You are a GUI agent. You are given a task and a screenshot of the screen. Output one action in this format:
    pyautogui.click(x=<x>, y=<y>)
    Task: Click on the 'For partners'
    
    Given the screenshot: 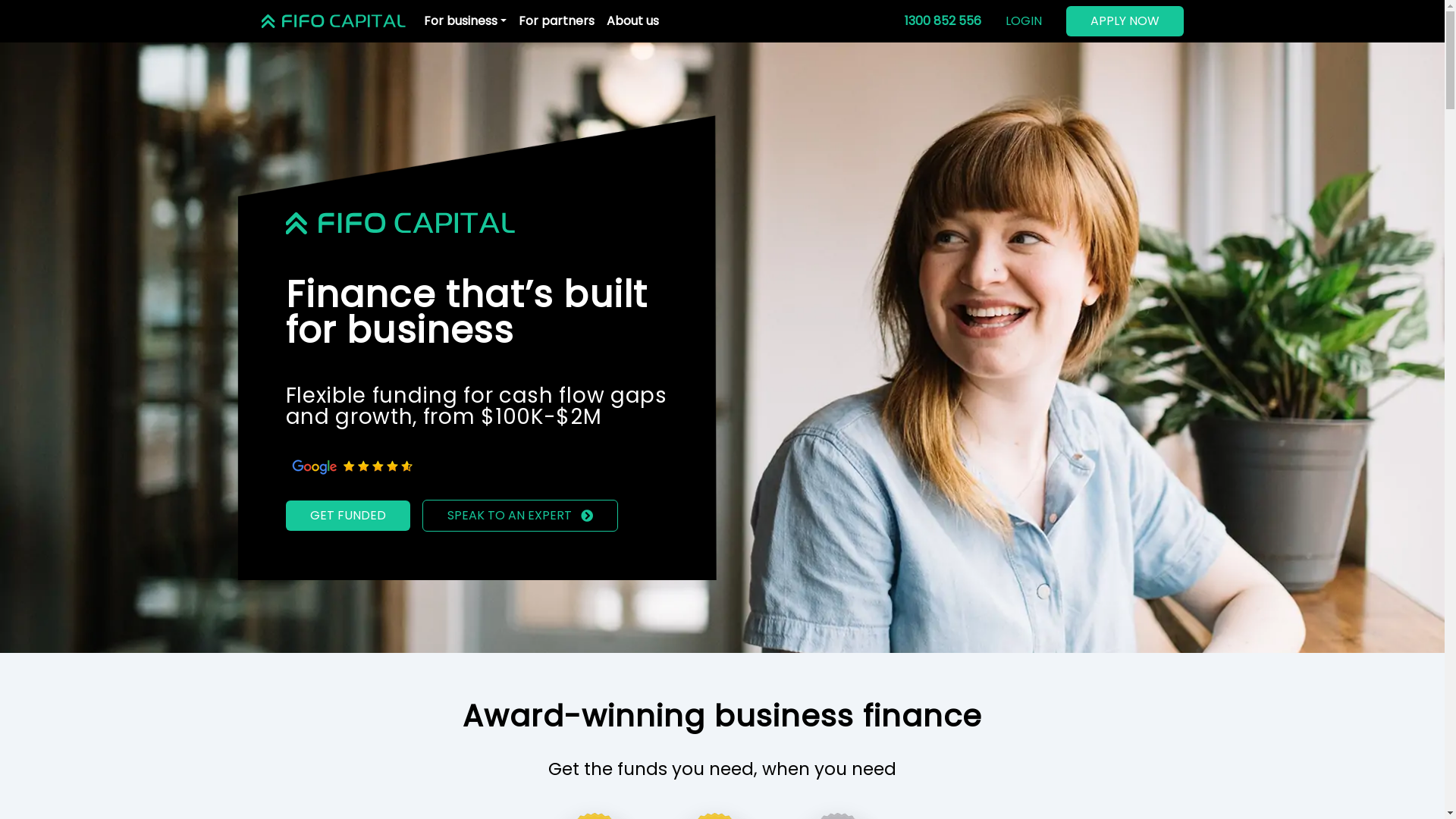 What is the action you would take?
    pyautogui.click(x=556, y=20)
    